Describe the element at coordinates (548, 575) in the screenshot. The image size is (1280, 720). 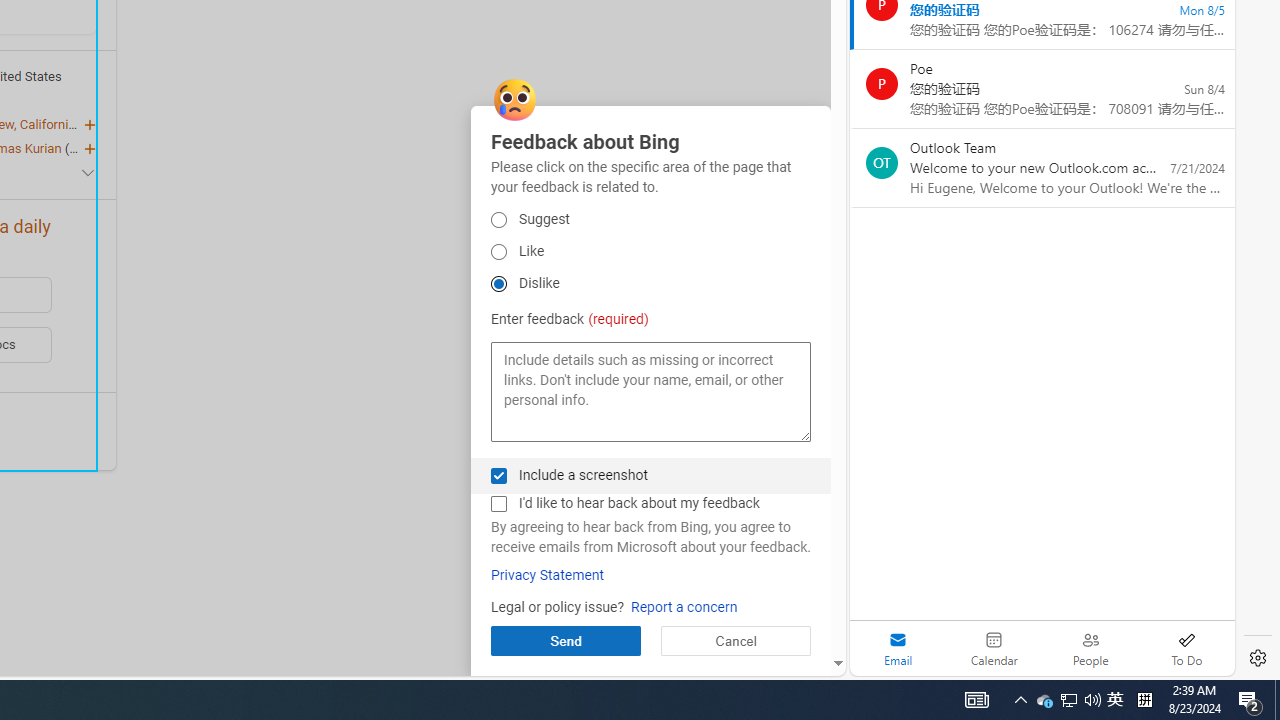
I see `'Privacy Statement'` at that location.